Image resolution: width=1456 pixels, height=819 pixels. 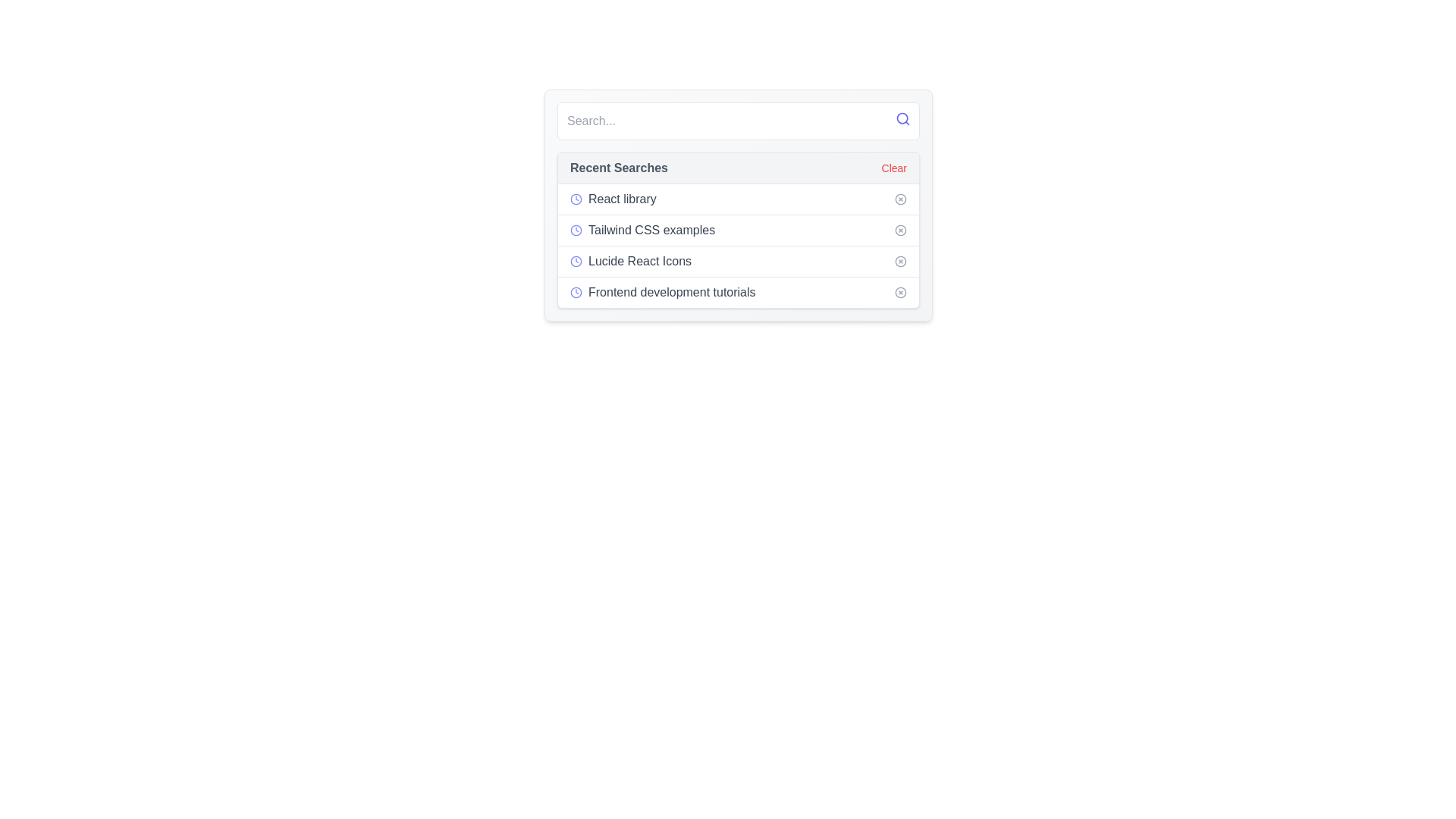 I want to click on the second list item representing the selectable suggestion for 'Tailwind CSS examples', so click(x=739, y=230).